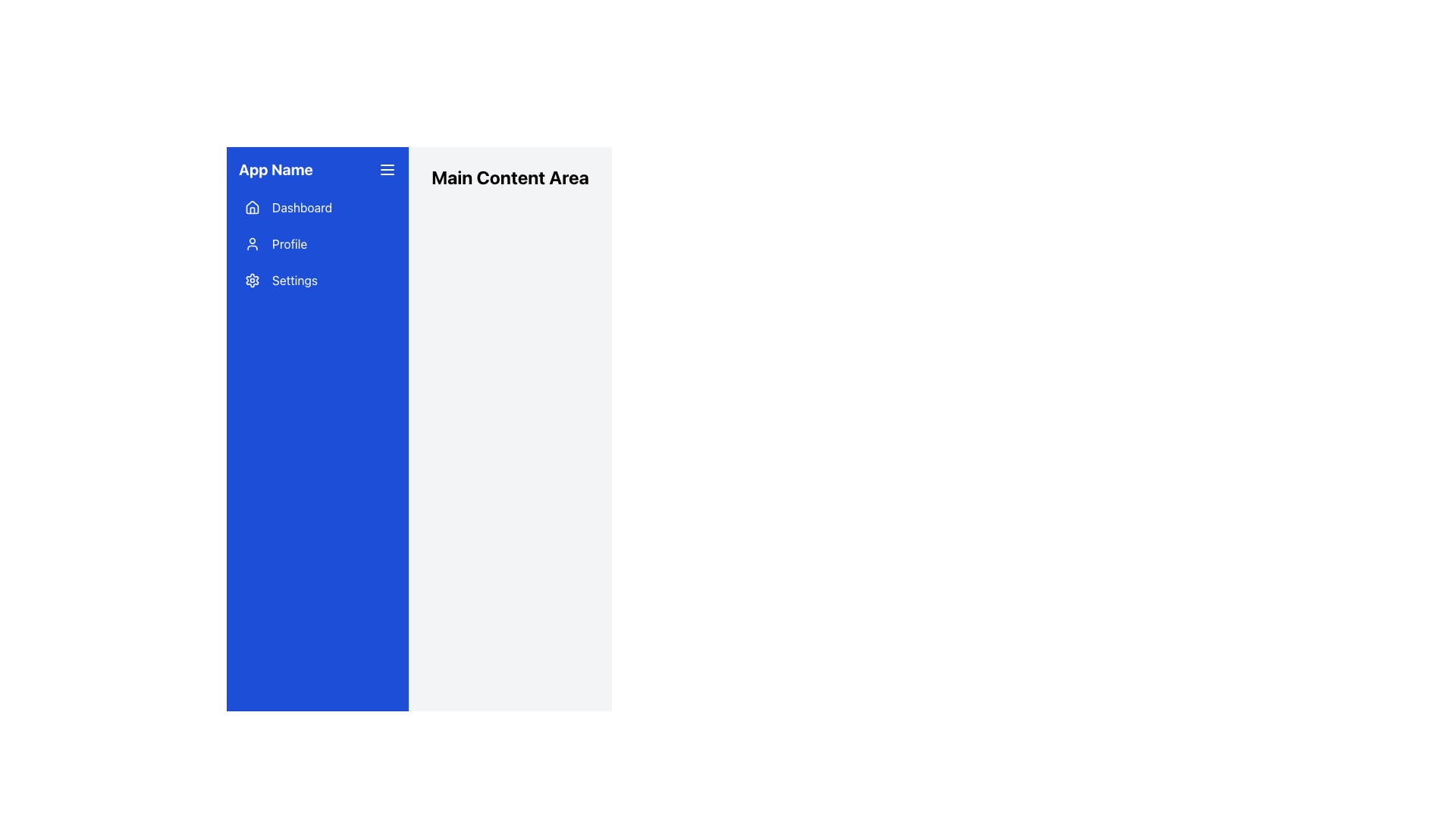  What do you see at coordinates (316, 207) in the screenshot?
I see `the 'Dashboard' button located in the left sidebar for navigation` at bounding box center [316, 207].